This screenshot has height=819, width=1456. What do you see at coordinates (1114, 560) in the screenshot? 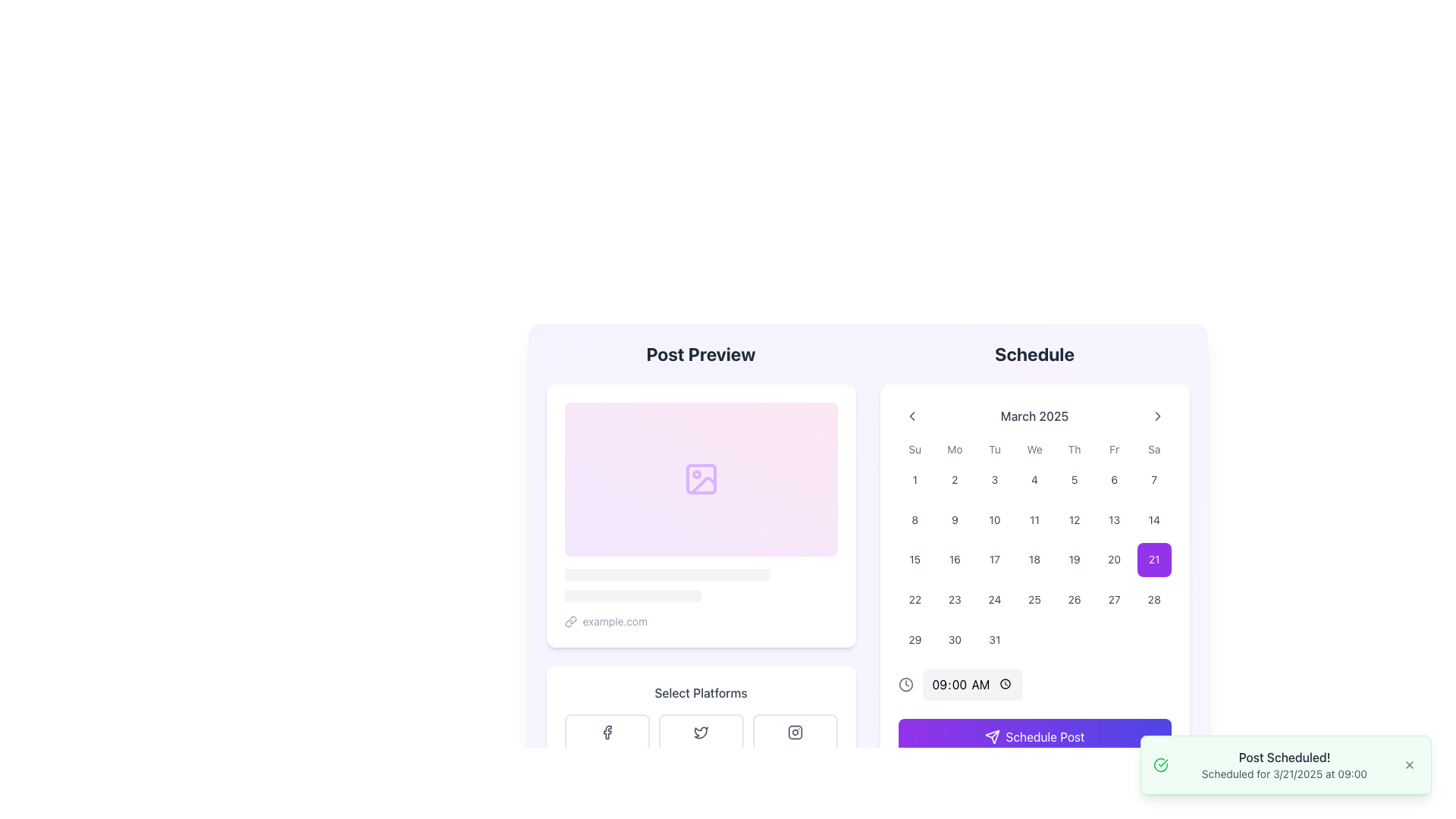
I see `the button labeled '20' in dark gray text located in the calendar grid layout under 'March 2025'` at bounding box center [1114, 560].